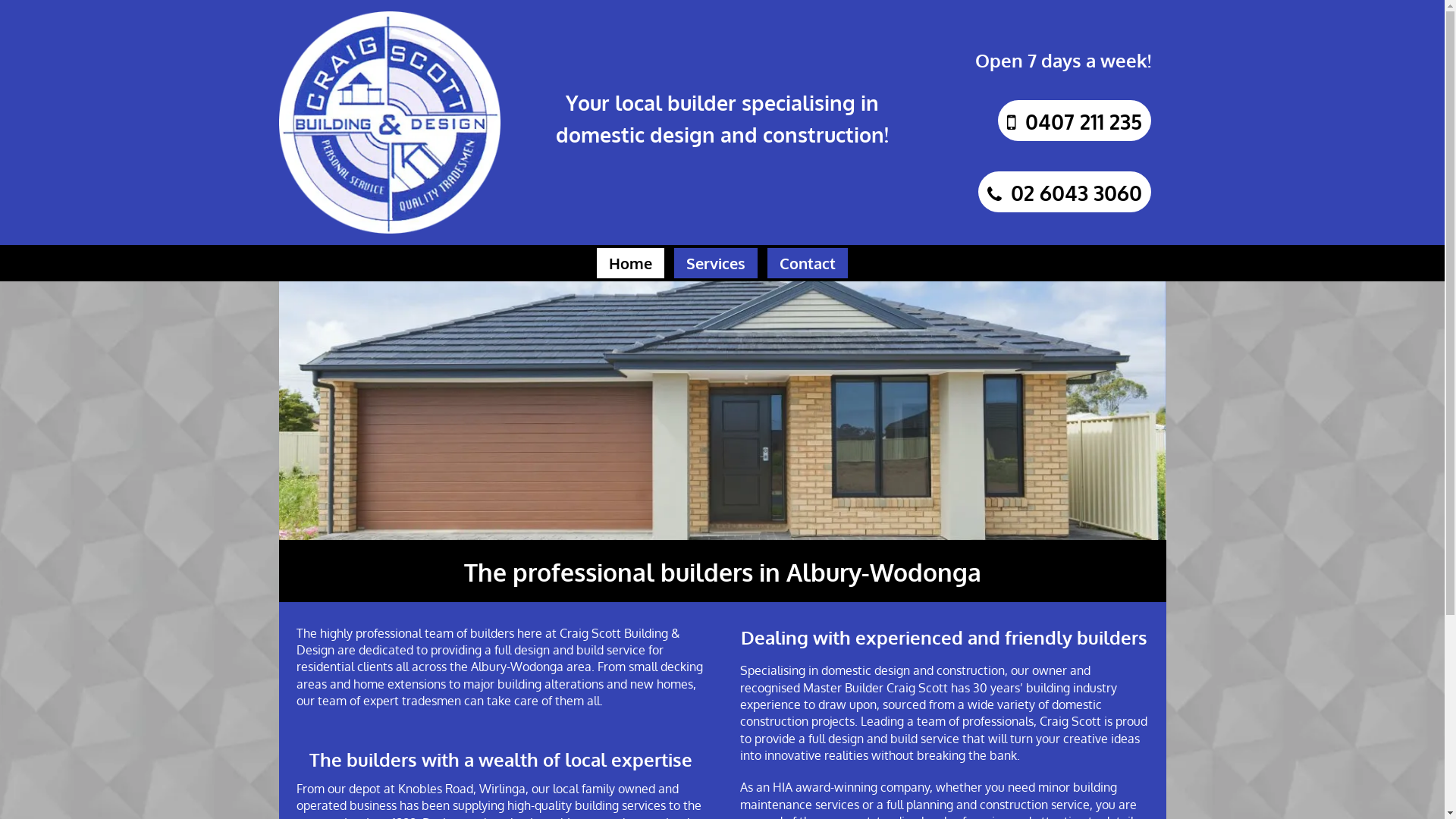 The height and width of the screenshot is (819, 1456). Describe the element at coordinates (279, 409) in the screenshot. I see `'craig scott building home renovations'` at that location.